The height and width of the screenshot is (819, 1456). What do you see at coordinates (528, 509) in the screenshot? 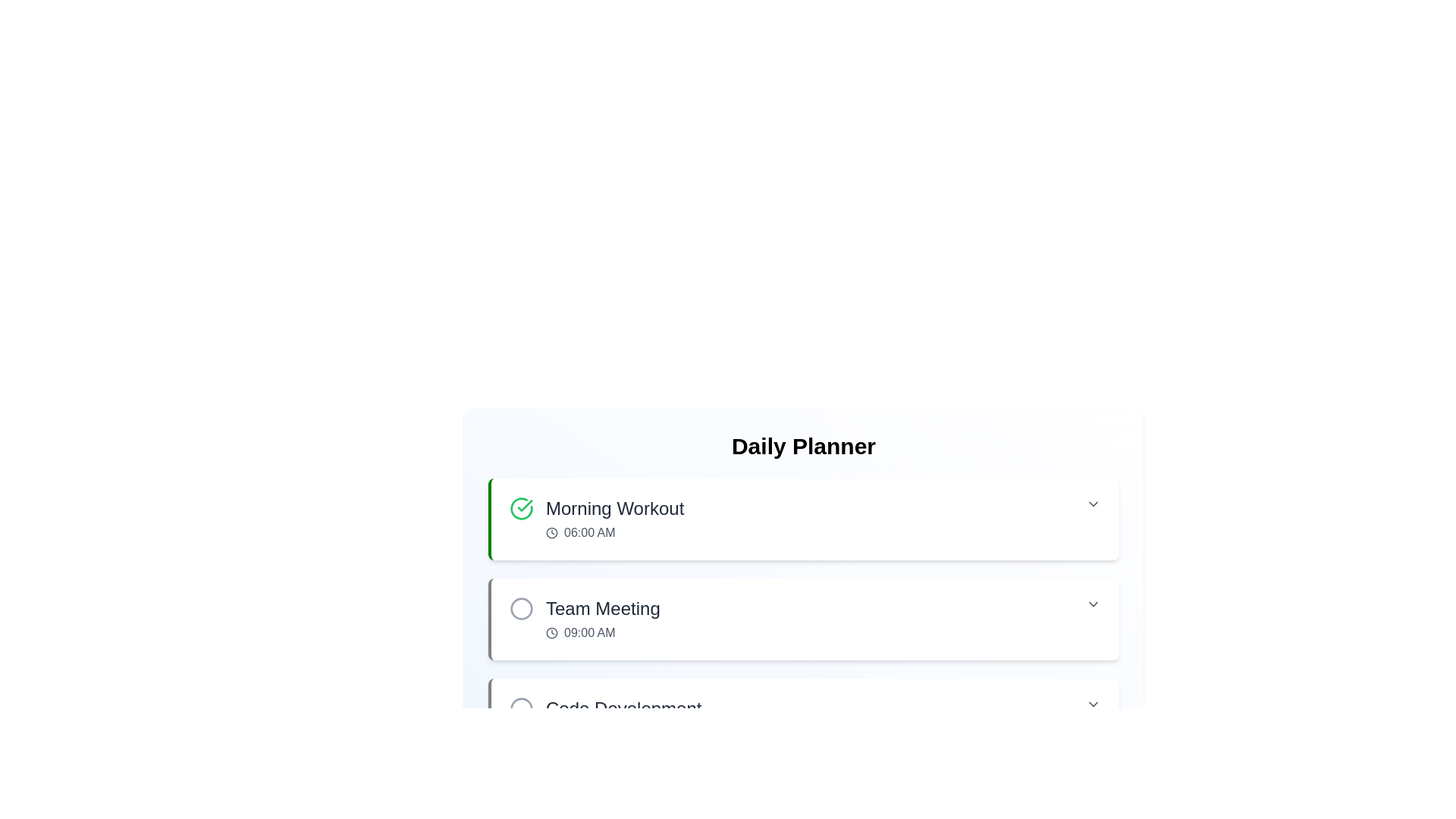
I see `the status indicator icon representing the completion status of the 'Morning Workout' event by moving the cursor to its location` at bounding box center [528, 509].